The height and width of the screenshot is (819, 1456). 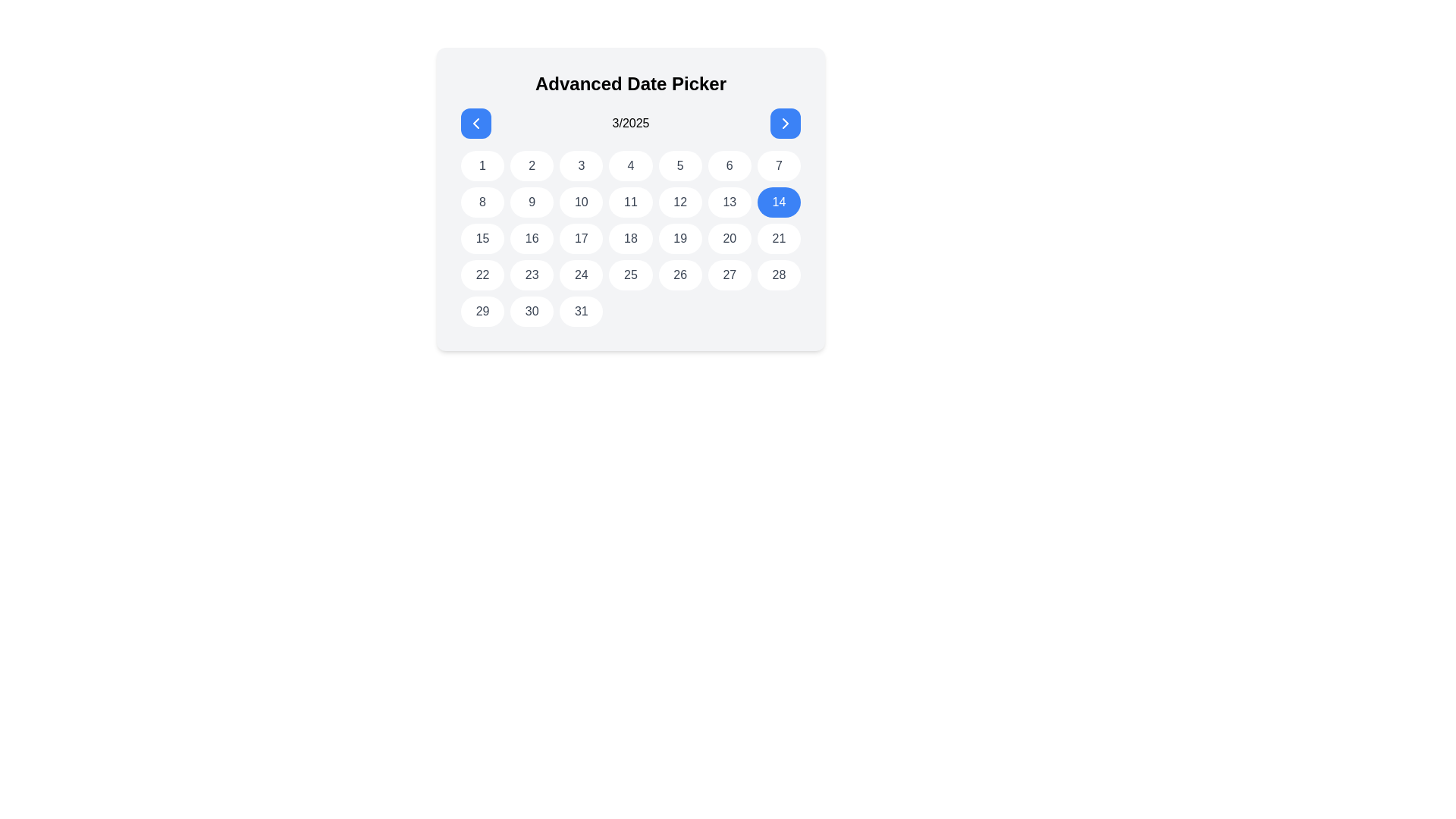 What do you see at coordinates (475, 122) in the screenshot?
I see `the left navigation arrow within the blue circular button in the date picker interface to change months` at bounding box center [475, 122].